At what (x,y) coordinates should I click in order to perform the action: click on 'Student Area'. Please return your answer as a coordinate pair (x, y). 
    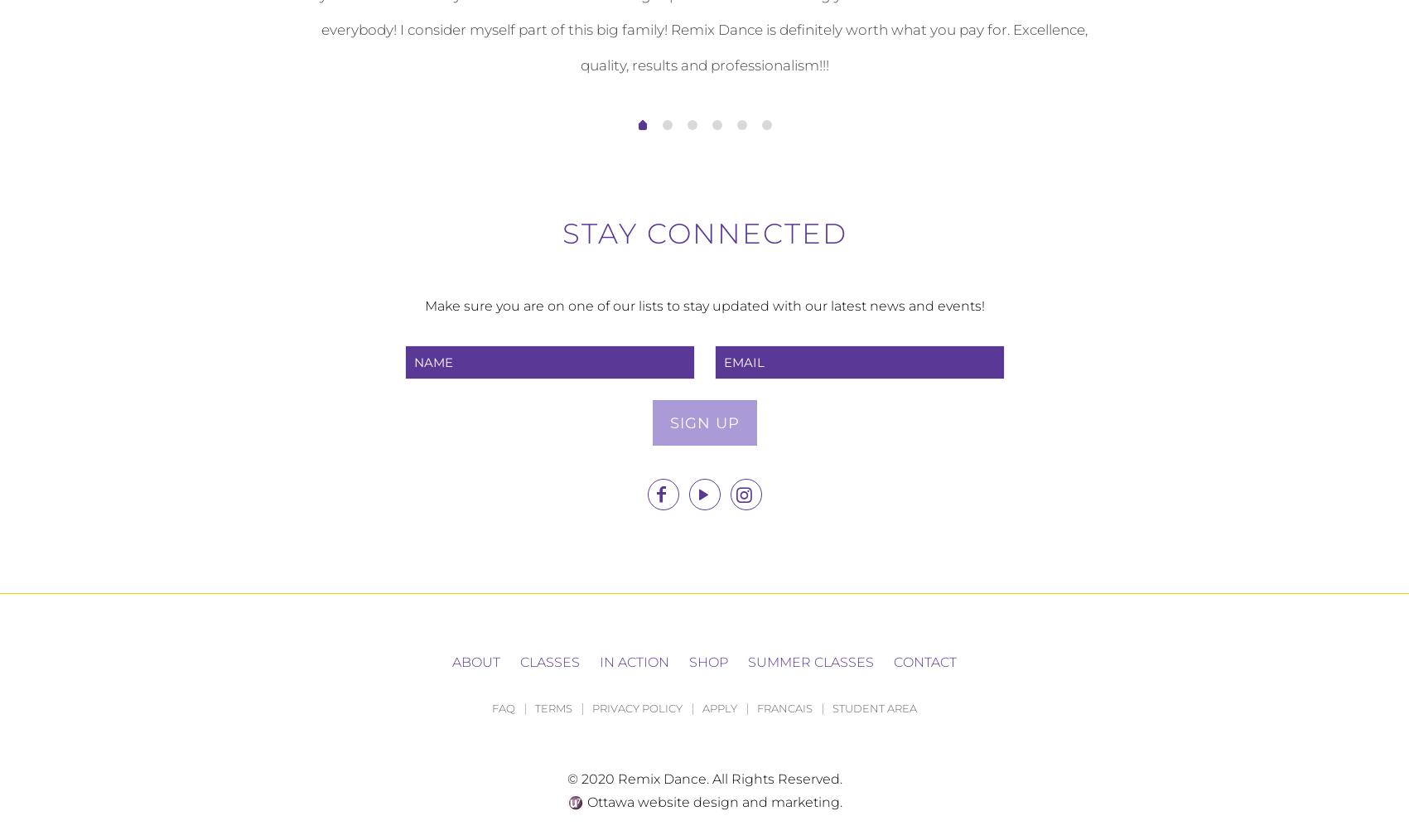
    Looking at the image, I should click on (874, 707).